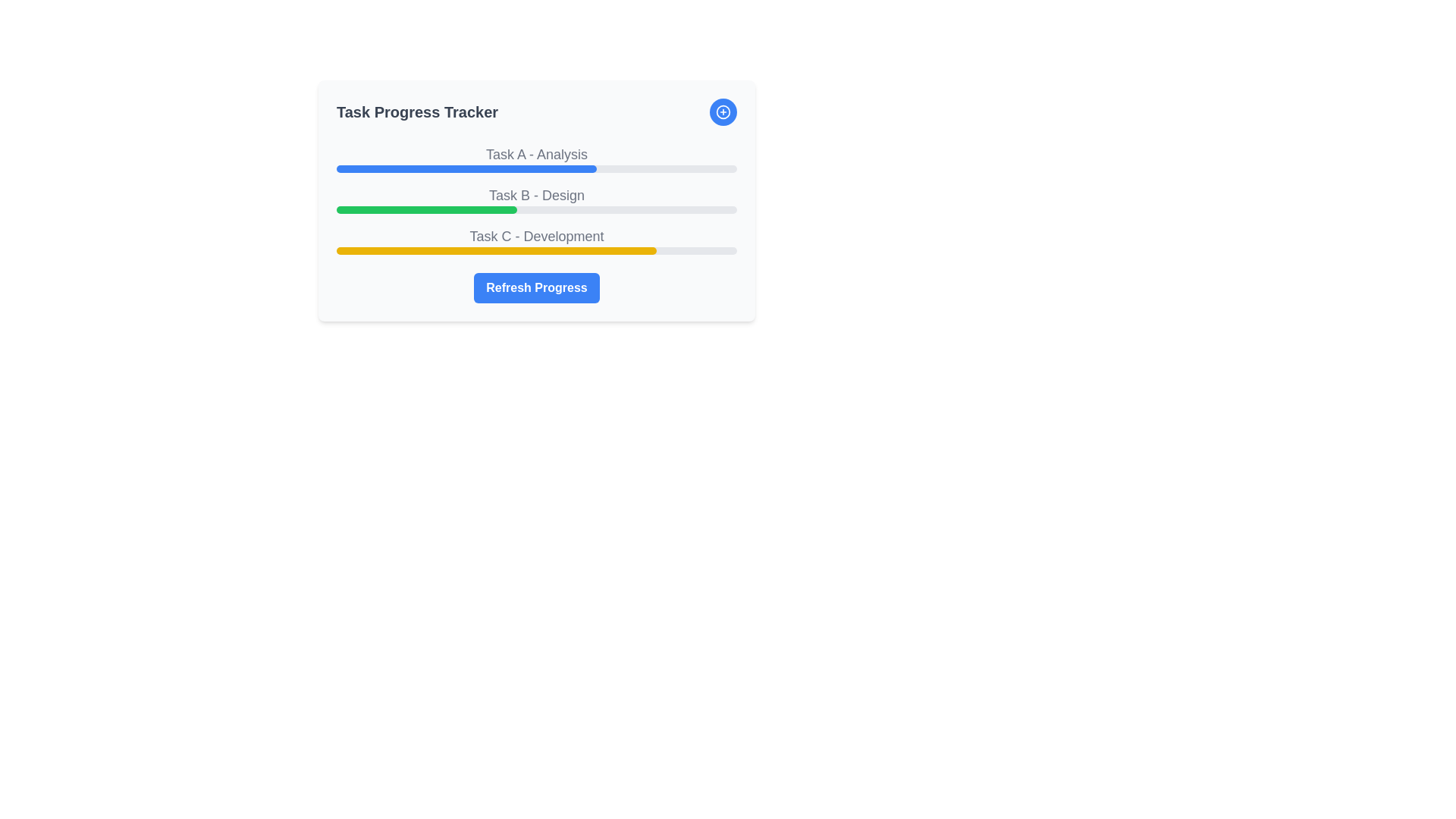  What do you see at coordinates (537, 169) in the screenshot?
I see `the progress bar that is a horizontal rectangular bar with a light gray background and a blue filled portion covering 65% of its length, located below the text 'Task A - Analysis.'` at bounding box center [537, 169].